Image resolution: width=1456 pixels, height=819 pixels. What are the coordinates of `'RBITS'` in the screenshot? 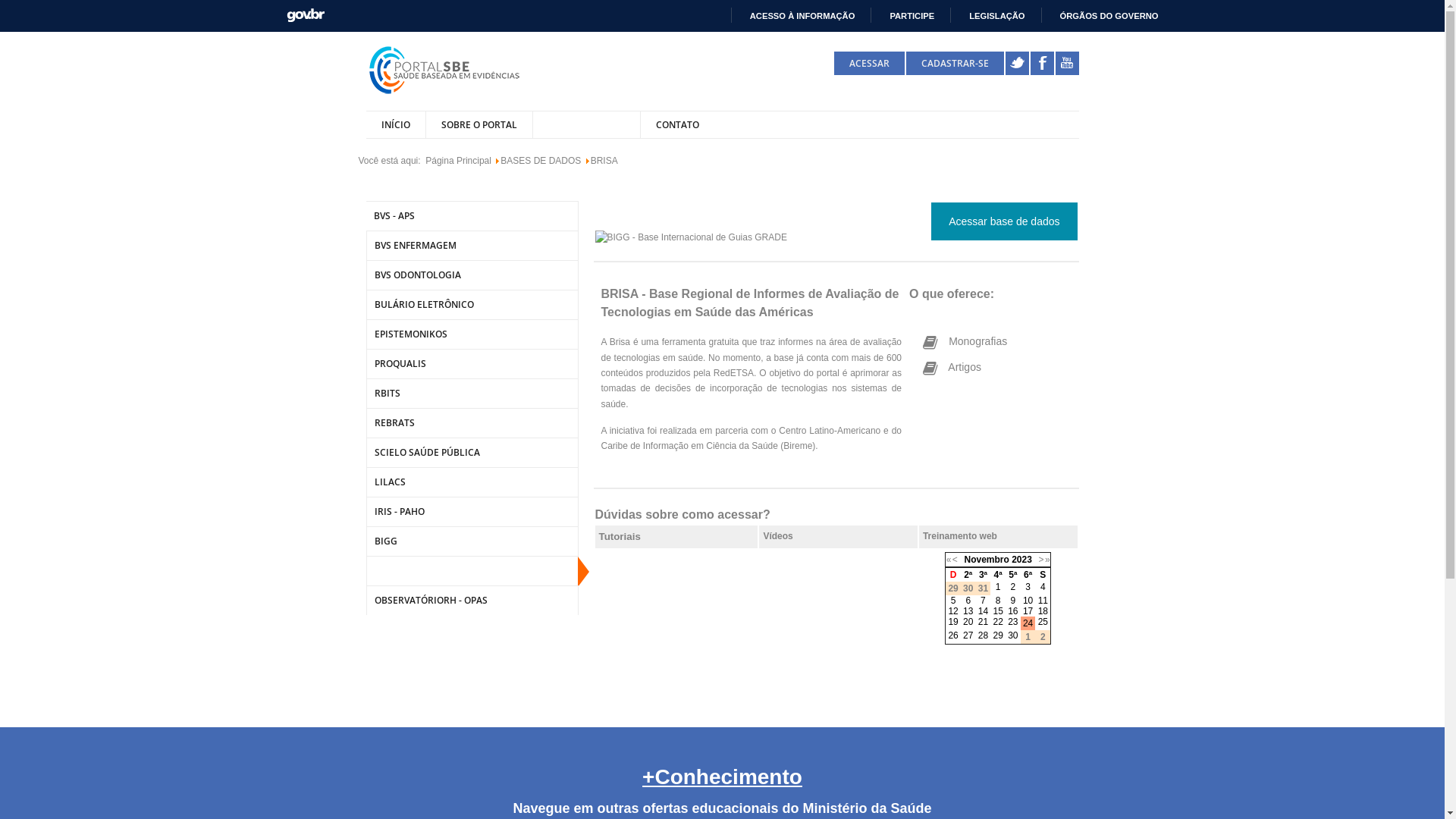 It's located at (471, 392).